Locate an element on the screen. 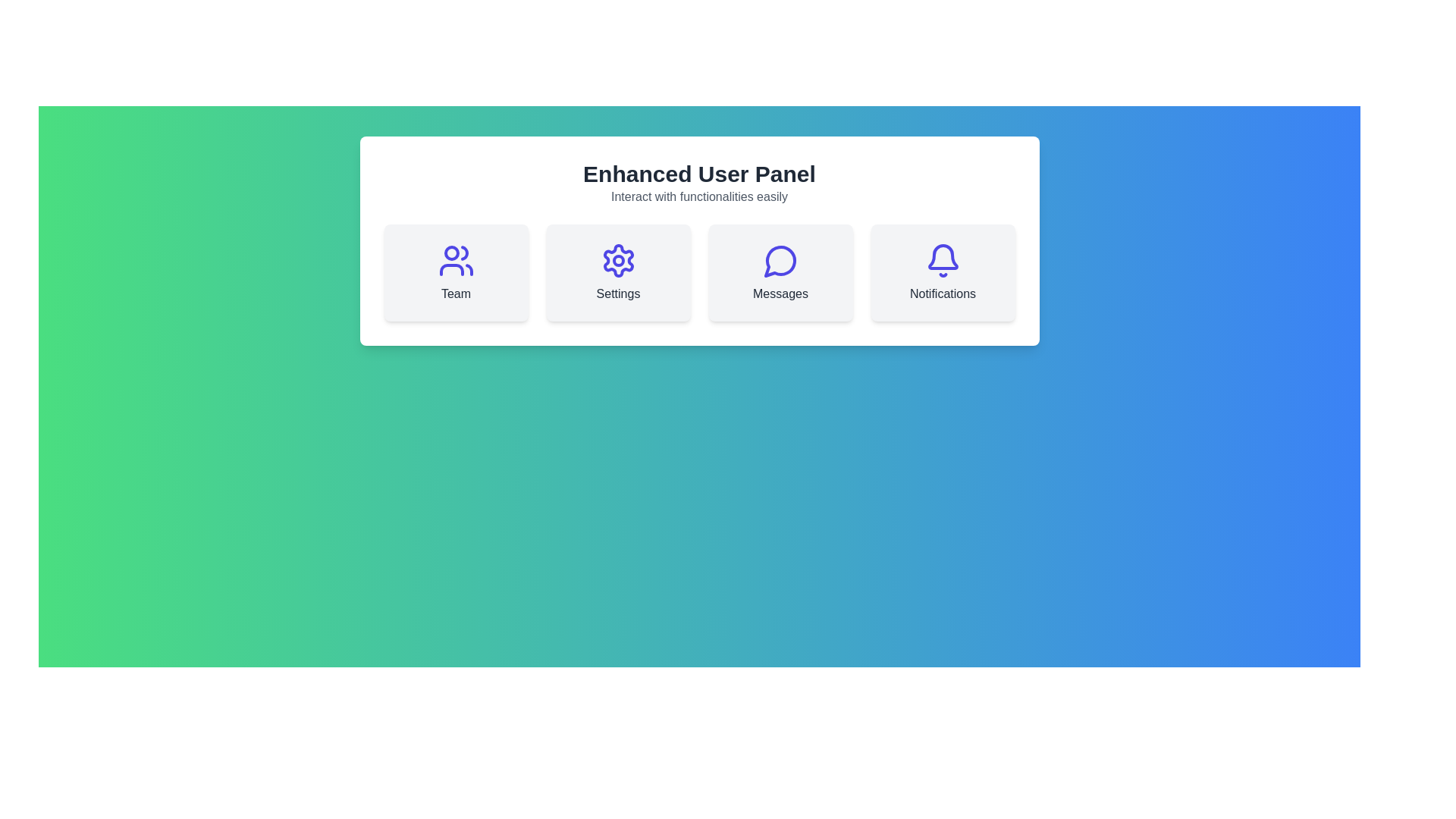  the 'Settings' icon located in the second card from the left within a horizontal arrangement of four cards, which is placed centrally in a white panel against a gradient background is located at coordinates (618, 259).